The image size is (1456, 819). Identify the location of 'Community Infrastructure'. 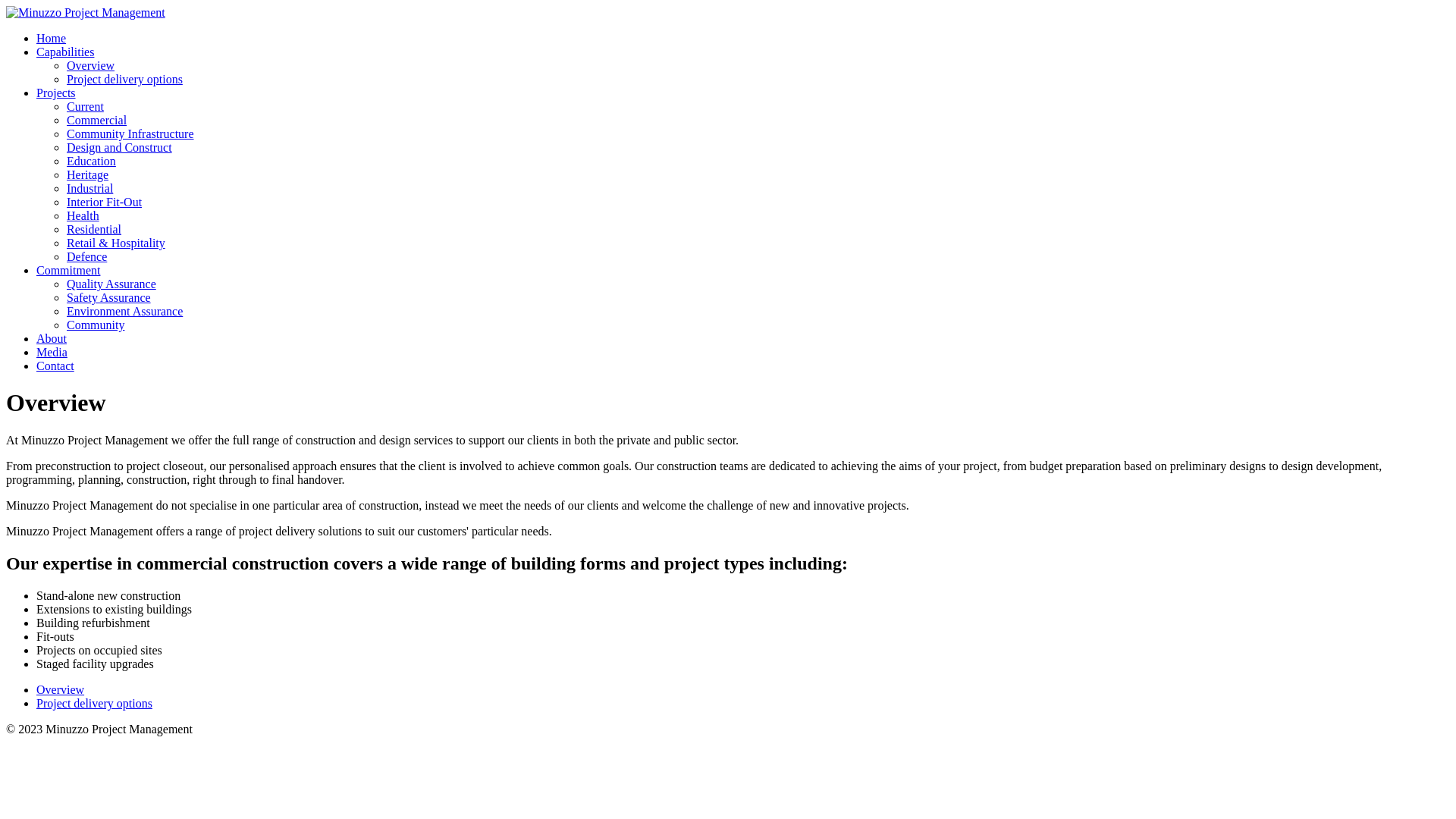
(130, 133).